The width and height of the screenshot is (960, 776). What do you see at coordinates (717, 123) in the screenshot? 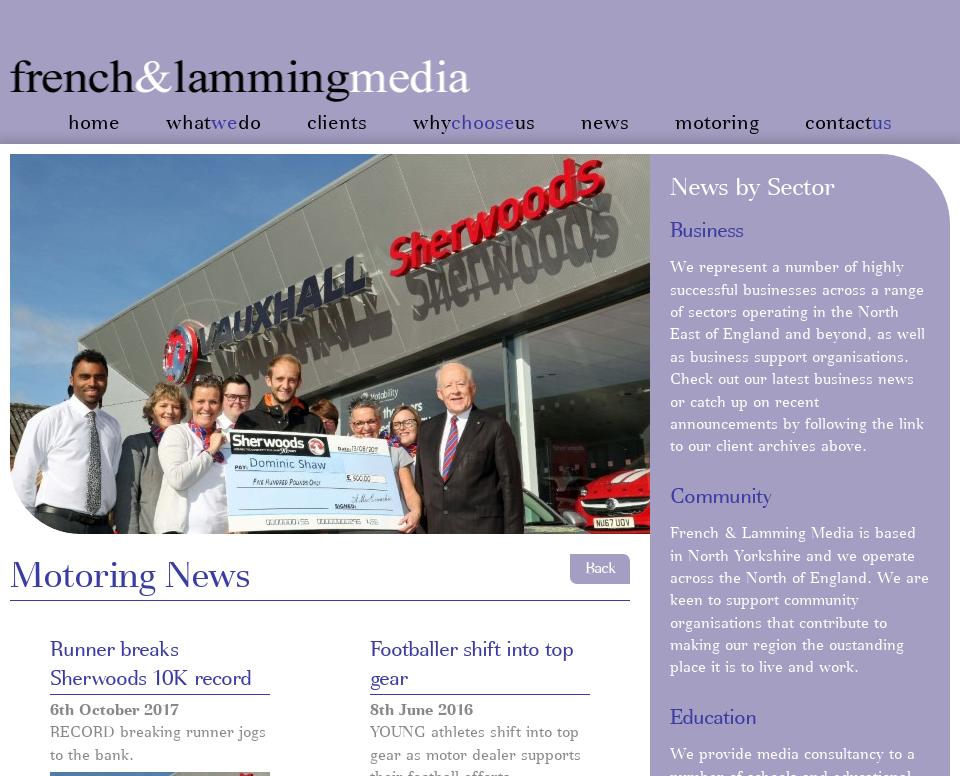
I see `'motoring'` at bounding box center [717, 123].